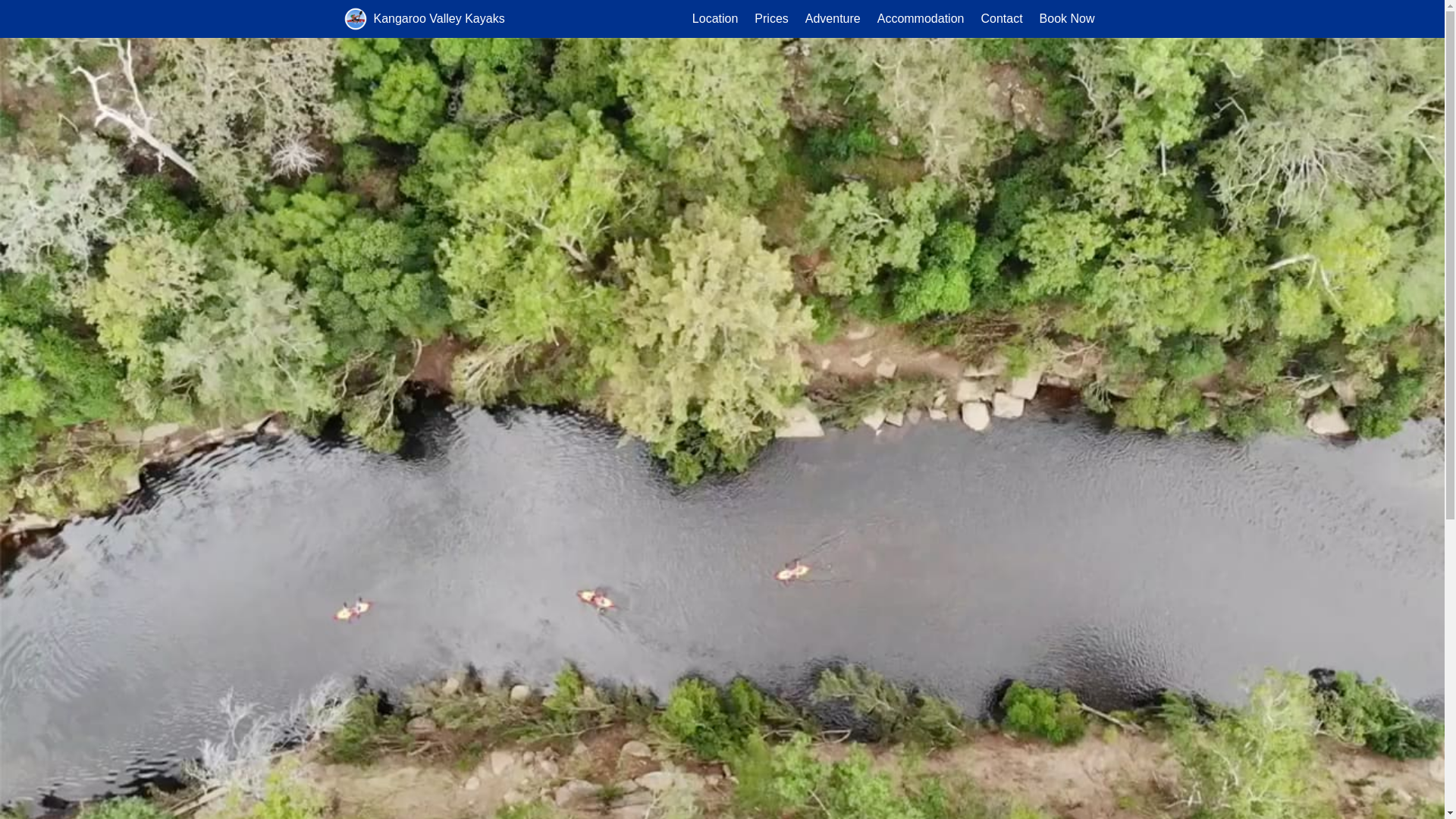 This screenshot has width=1456, height=819. Describe the element at coordinates (438, 18) in the screenshot. I see `'Kangaroo Valley Kayaks'` at that location.